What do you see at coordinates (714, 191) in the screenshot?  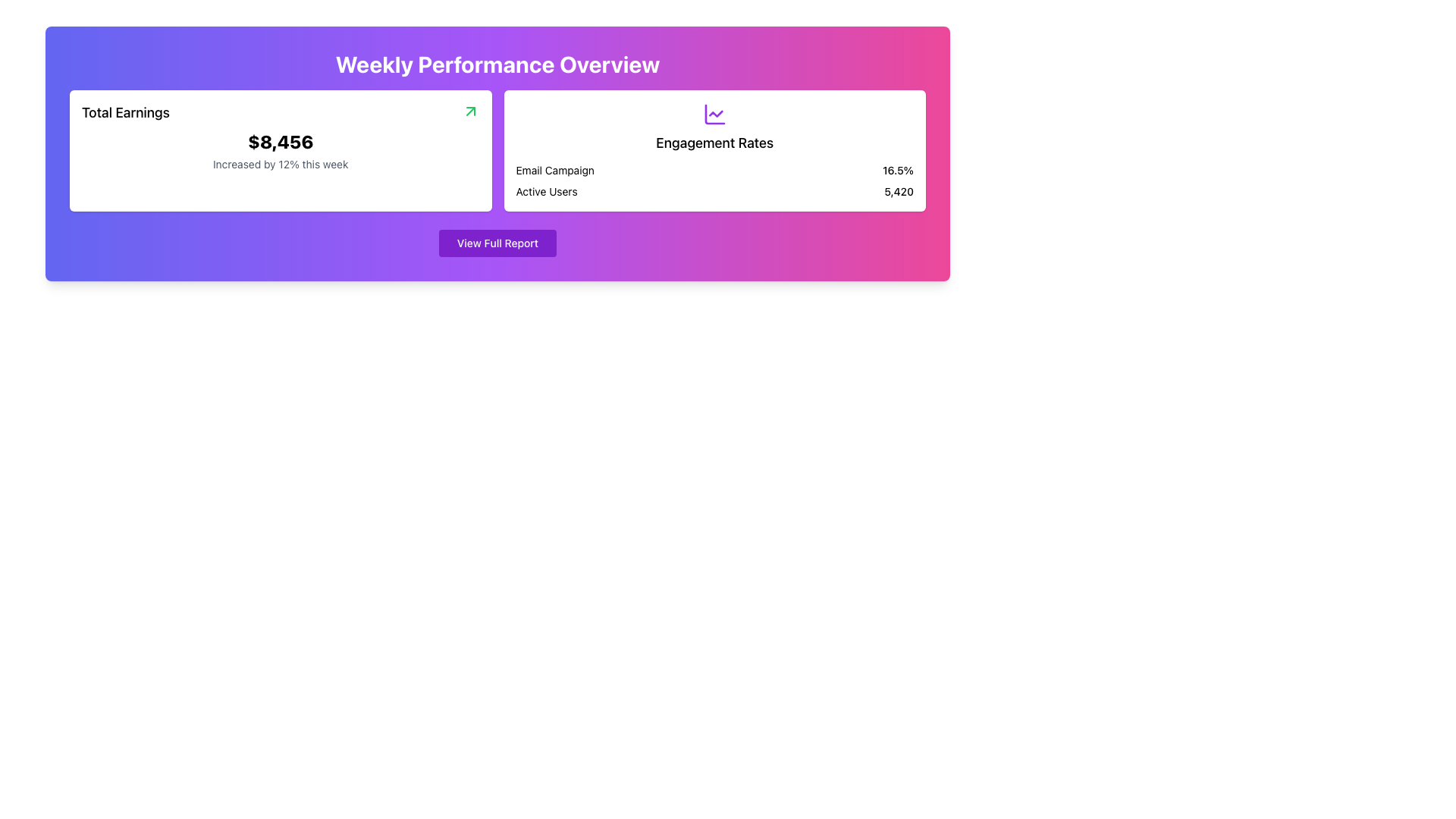 I see `the Informative data display showing 'Active Users' and the value '5,420', located in the 'Engagement Rates' section beneath 'Email Campaign'` at bounding box center [714, 191].